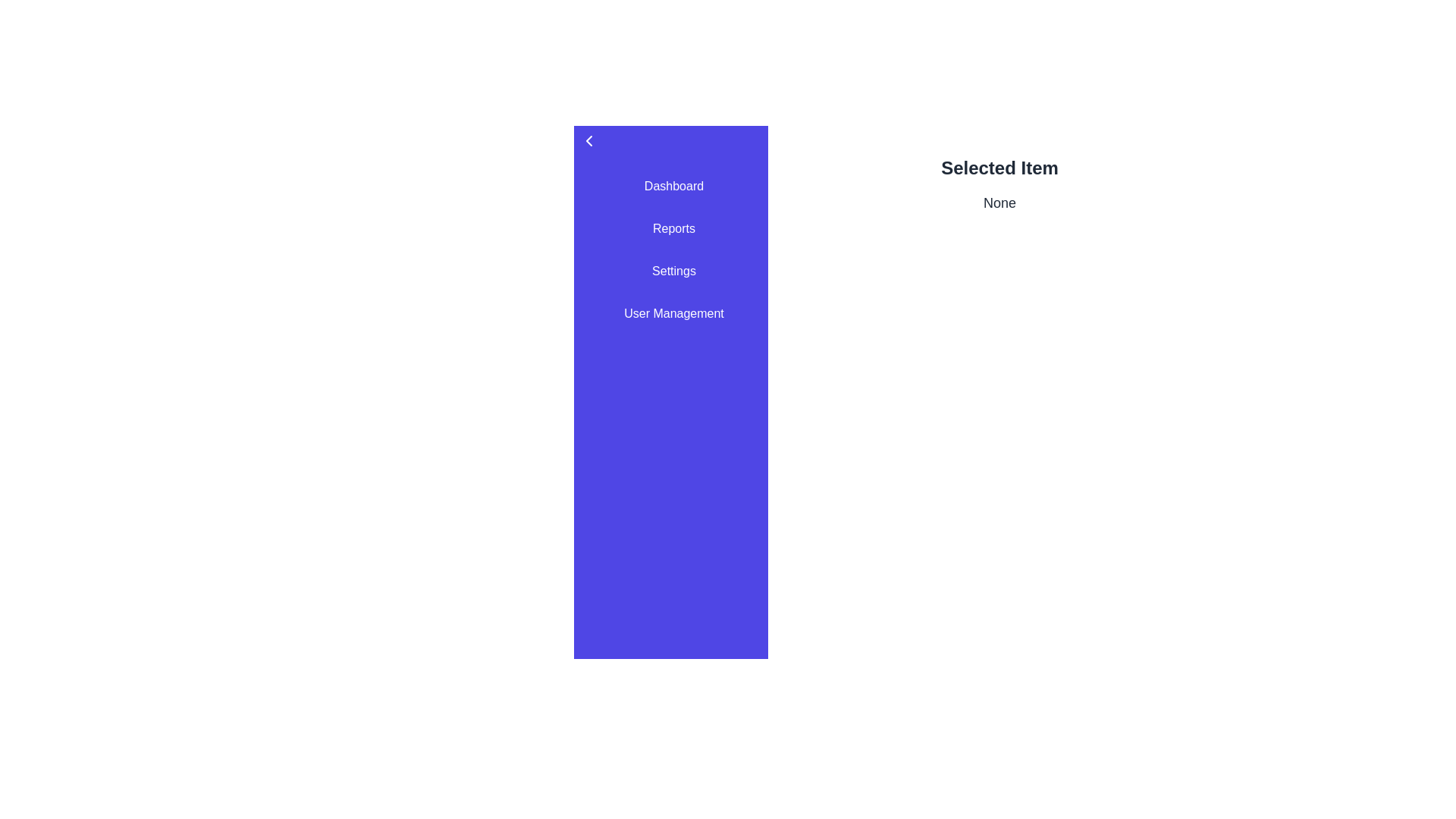 The height and width of the screenshot is (819, 1456). What do you see at coordinates (588, 140) in the screenshot?
I see `the left-pointing chevron icon located in the top-left corner of the vertical menu` at bounding box center [588, 140].